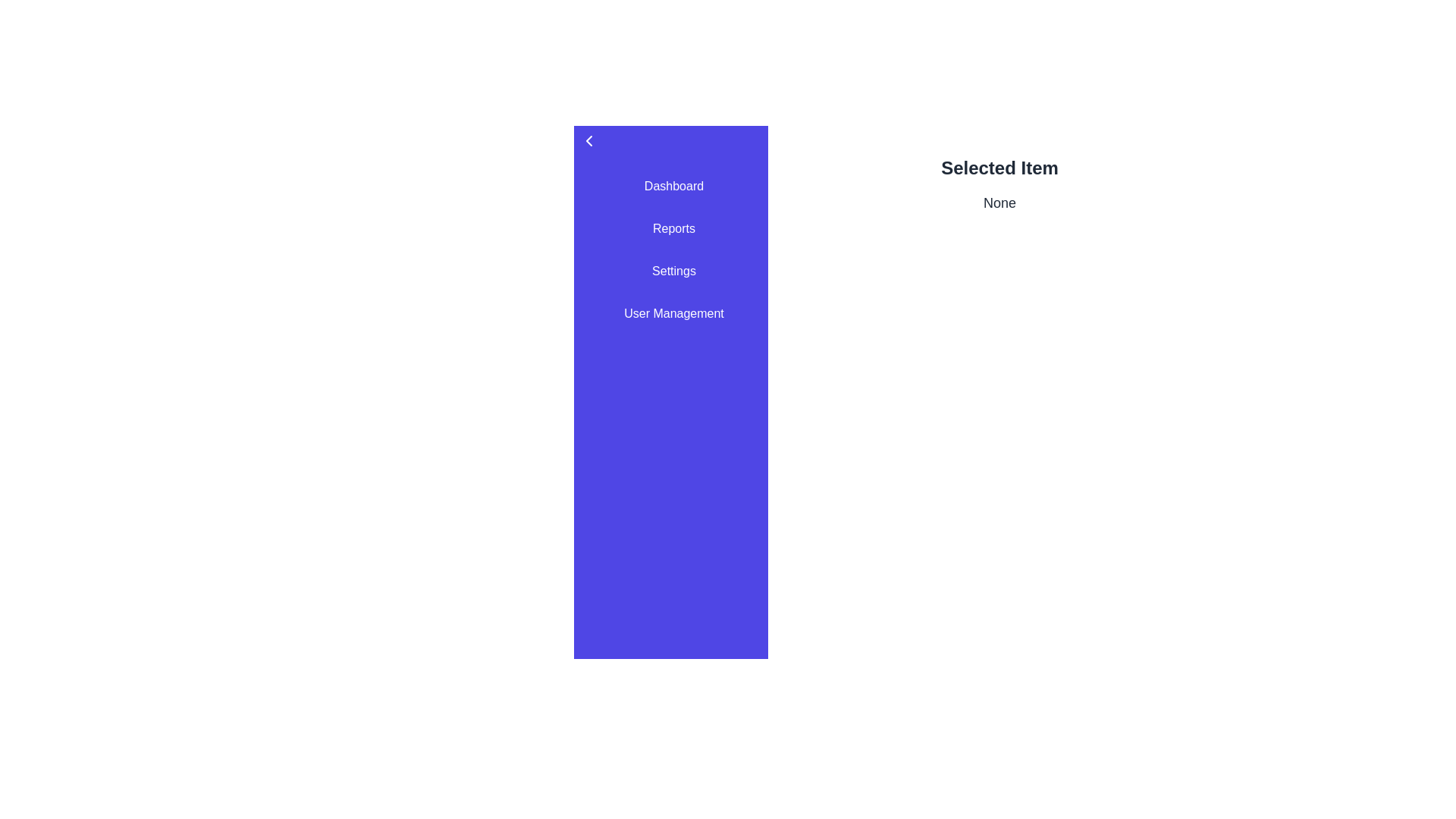 The height and width of the screenshot is (819, 1456). What do you see at coordinates (588, 140) in the screenshot?
I see `the left-pointing chevron icon located in the top-left corner of the vertical menu` at bounding box center [588, 140].